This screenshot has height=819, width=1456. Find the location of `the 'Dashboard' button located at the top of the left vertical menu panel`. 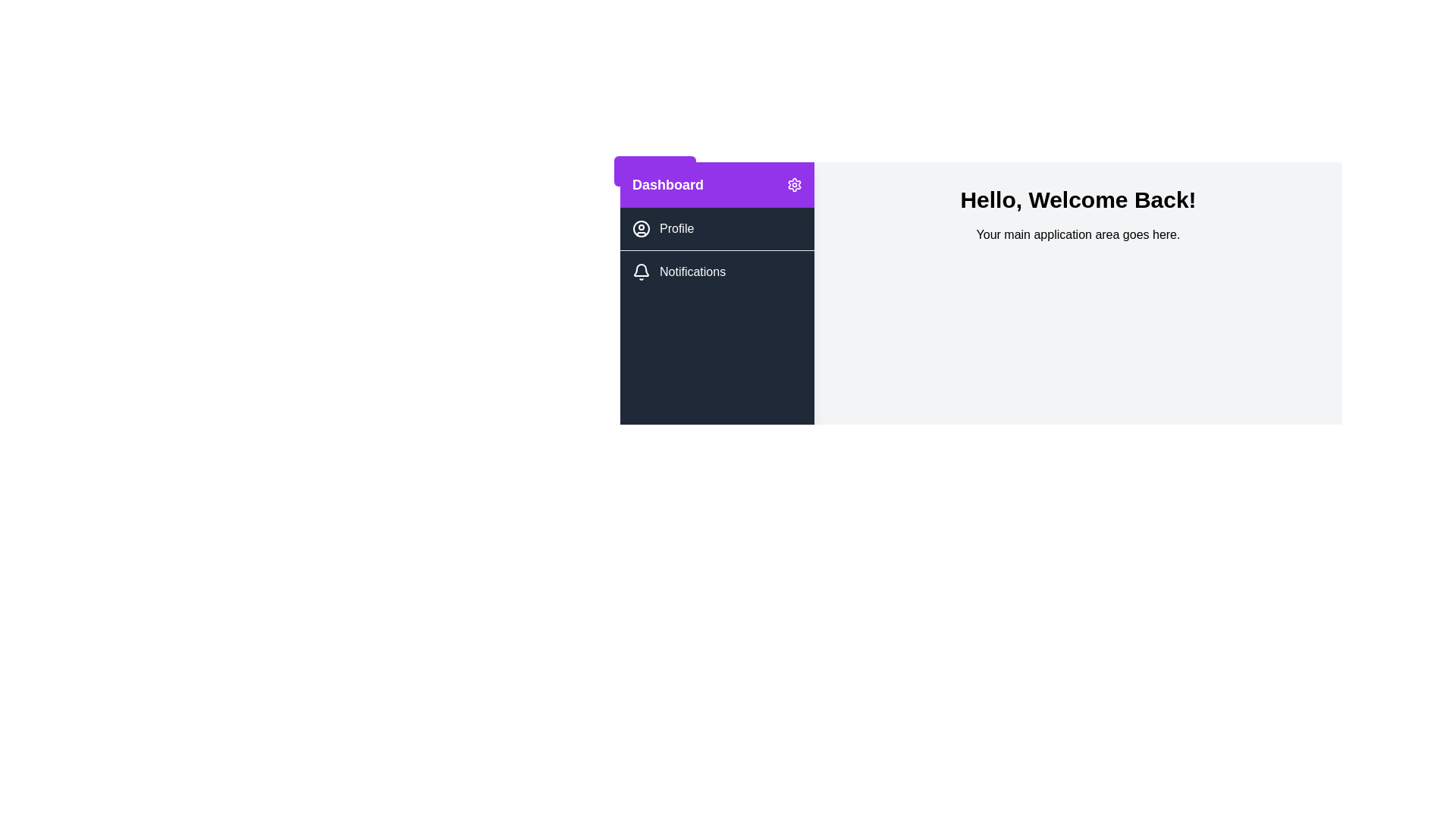

the 'Dashboard' button located at the top of the left vertical menu panel is located at coordinates (716, 184).